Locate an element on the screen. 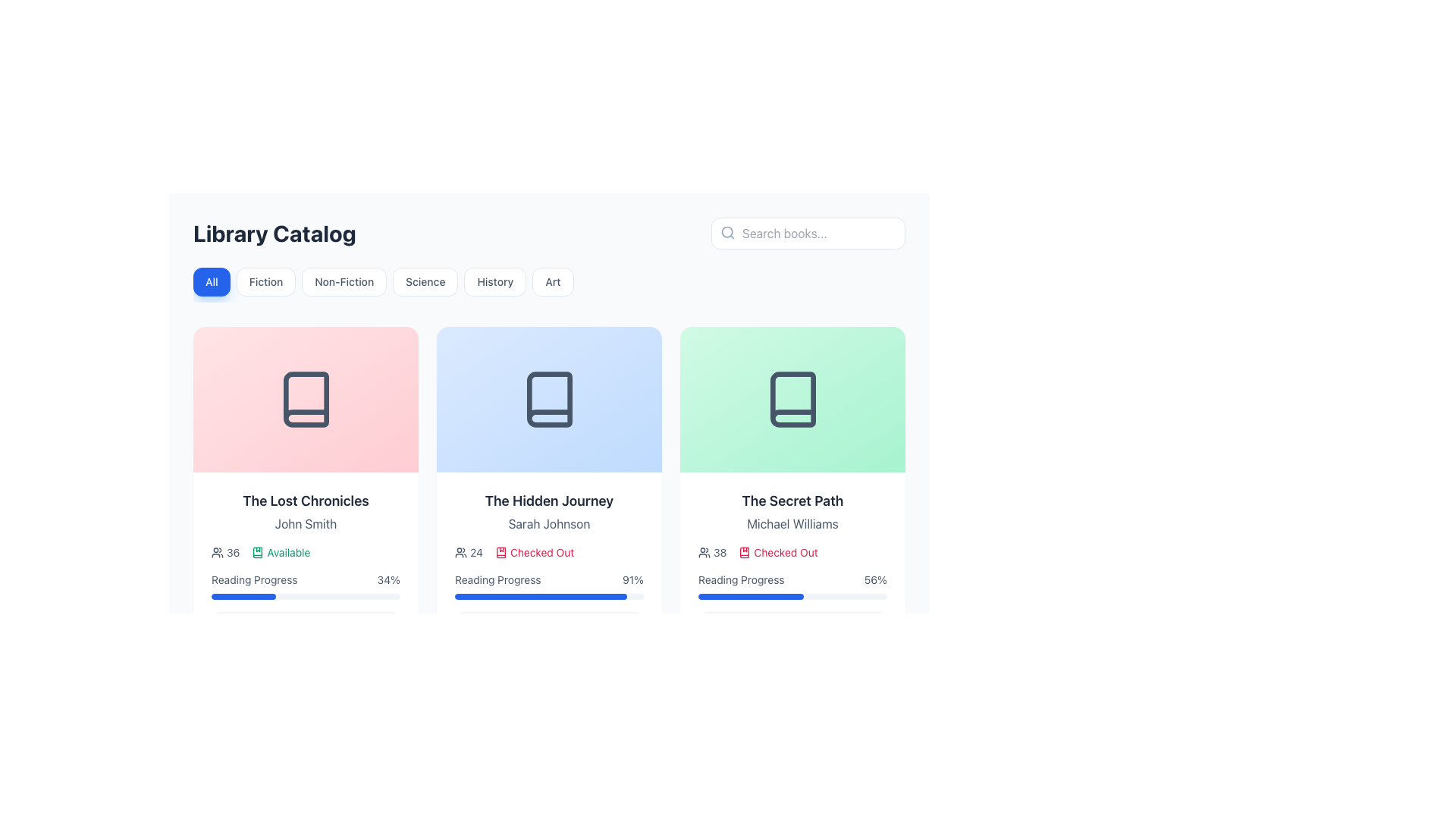 This screenshot has height=819, width=1456. the text label that displays the reading progress percentage for a specific book entry, which is positioned to the right of the 'Reading Progress' label is located at coordinates (875, 579).